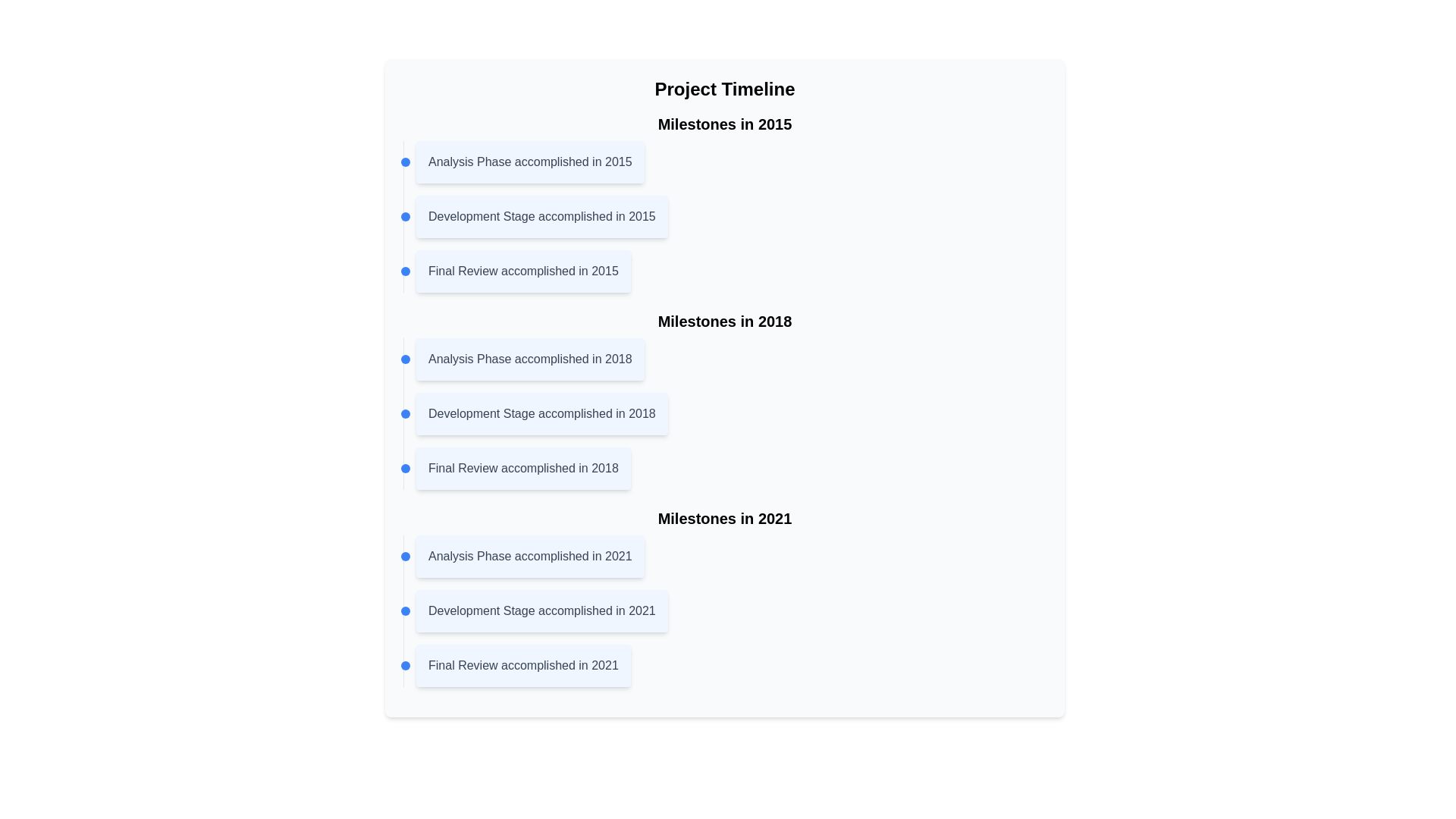  Describe the element at coordinates (541, 216) in the screenshot. I see `the static text label displaying 'Development Stage accomplished in 2015' which is positioned within a blue rounded rectangle background and is the second entry under 'Milestones in 2015'` at that location.